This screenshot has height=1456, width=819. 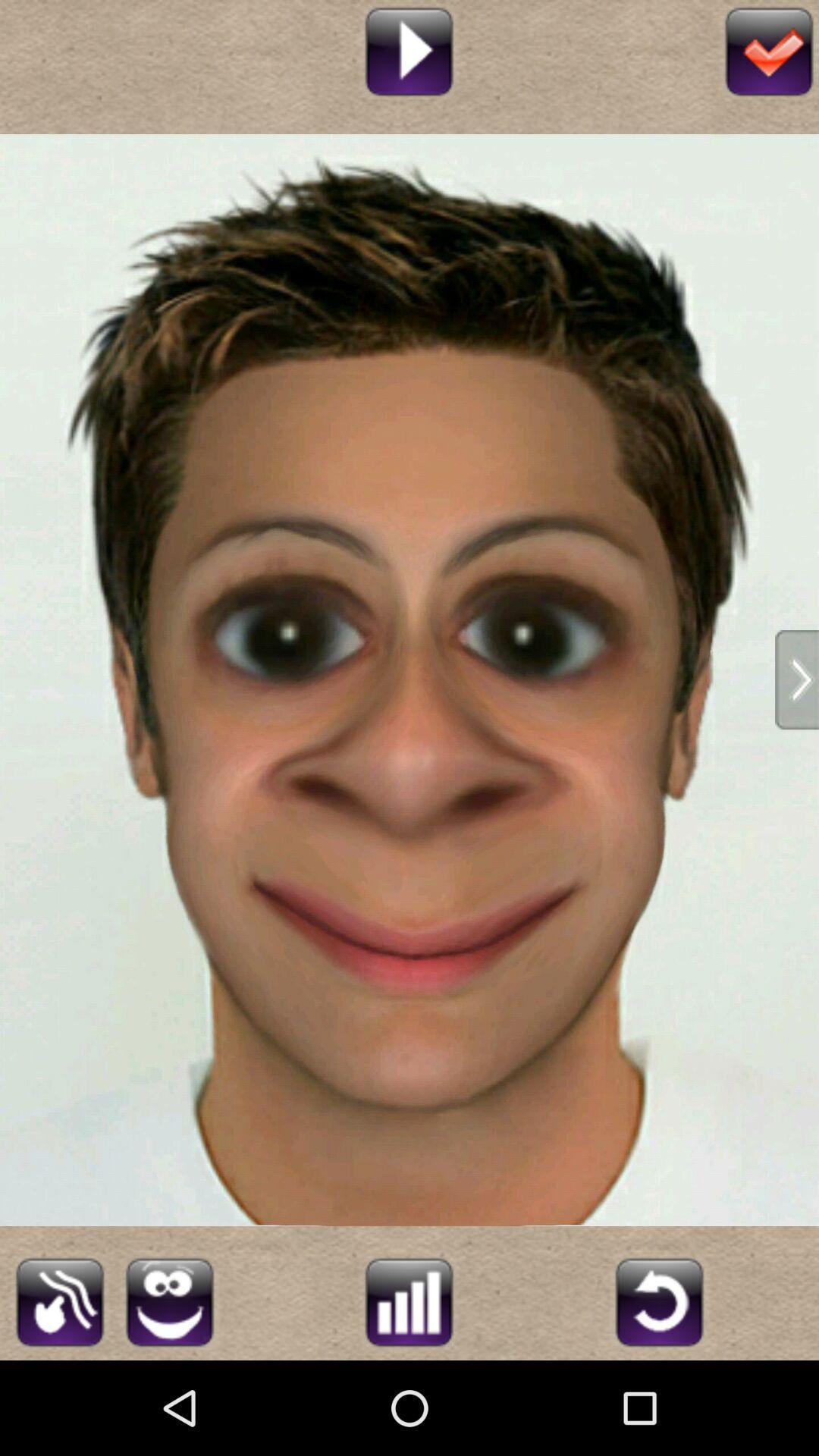 I want to click on the icon at the top, so click(x=408, y=49).